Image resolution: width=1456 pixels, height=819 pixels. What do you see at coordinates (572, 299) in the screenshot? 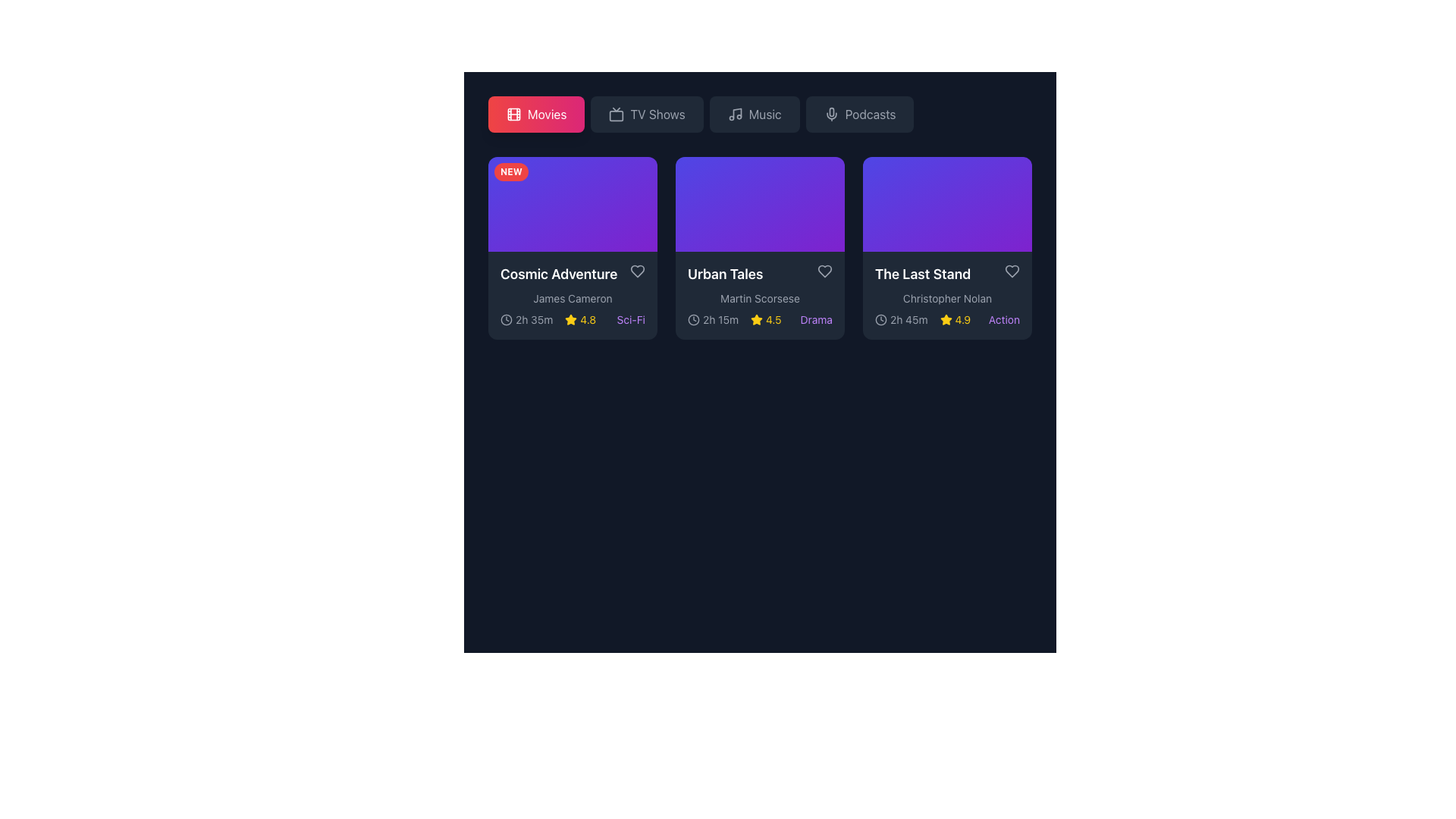
I see `the text element displaying 'James Cameron', which is located in the card for the movie 'Cosmic Adventure', positioned below the movie title` at bounding box center [572, 299].